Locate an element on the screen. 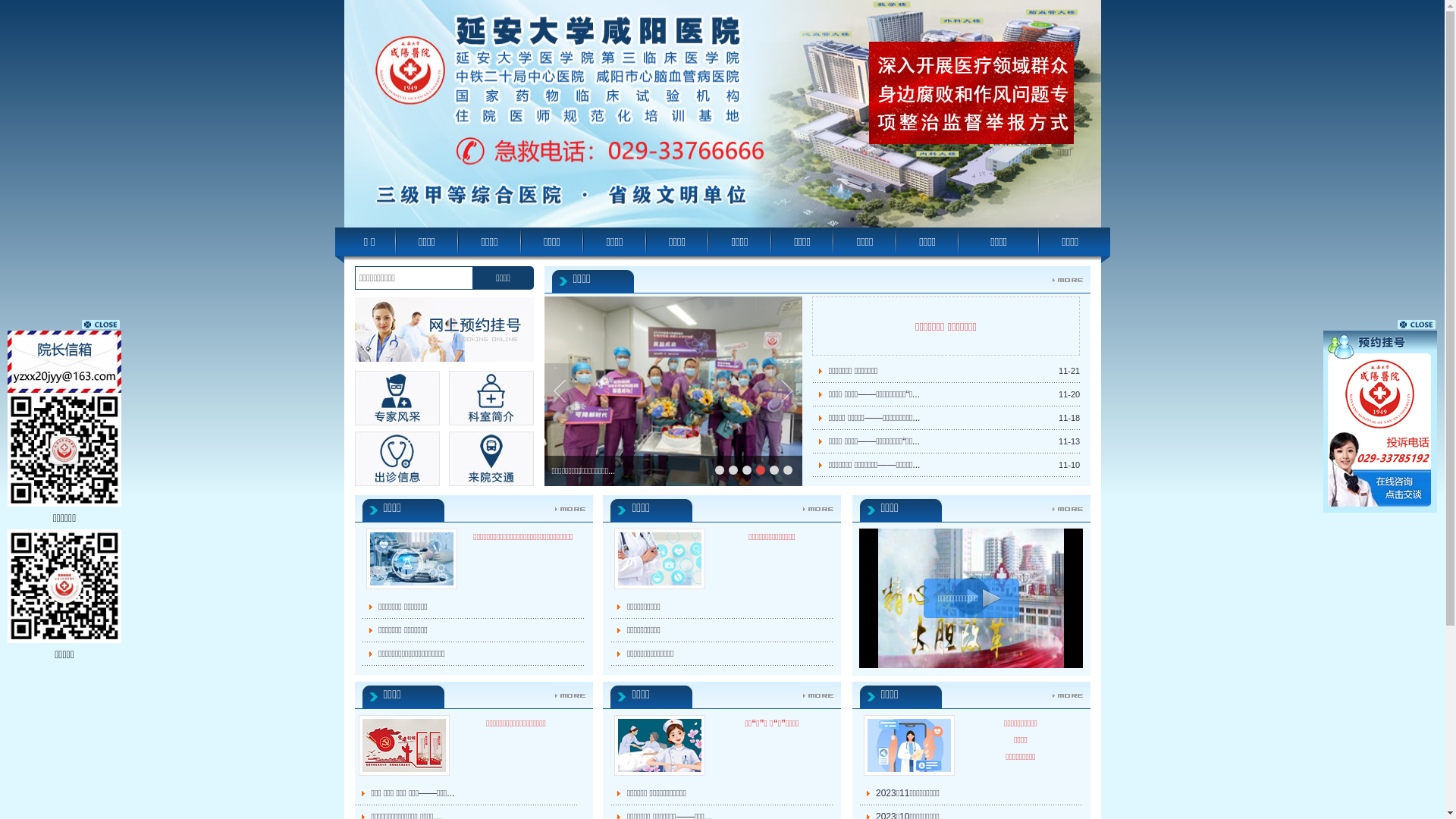 The width and height of the screenshot is (1456, 819). '11-10' is located at coordinates (1068, 464).